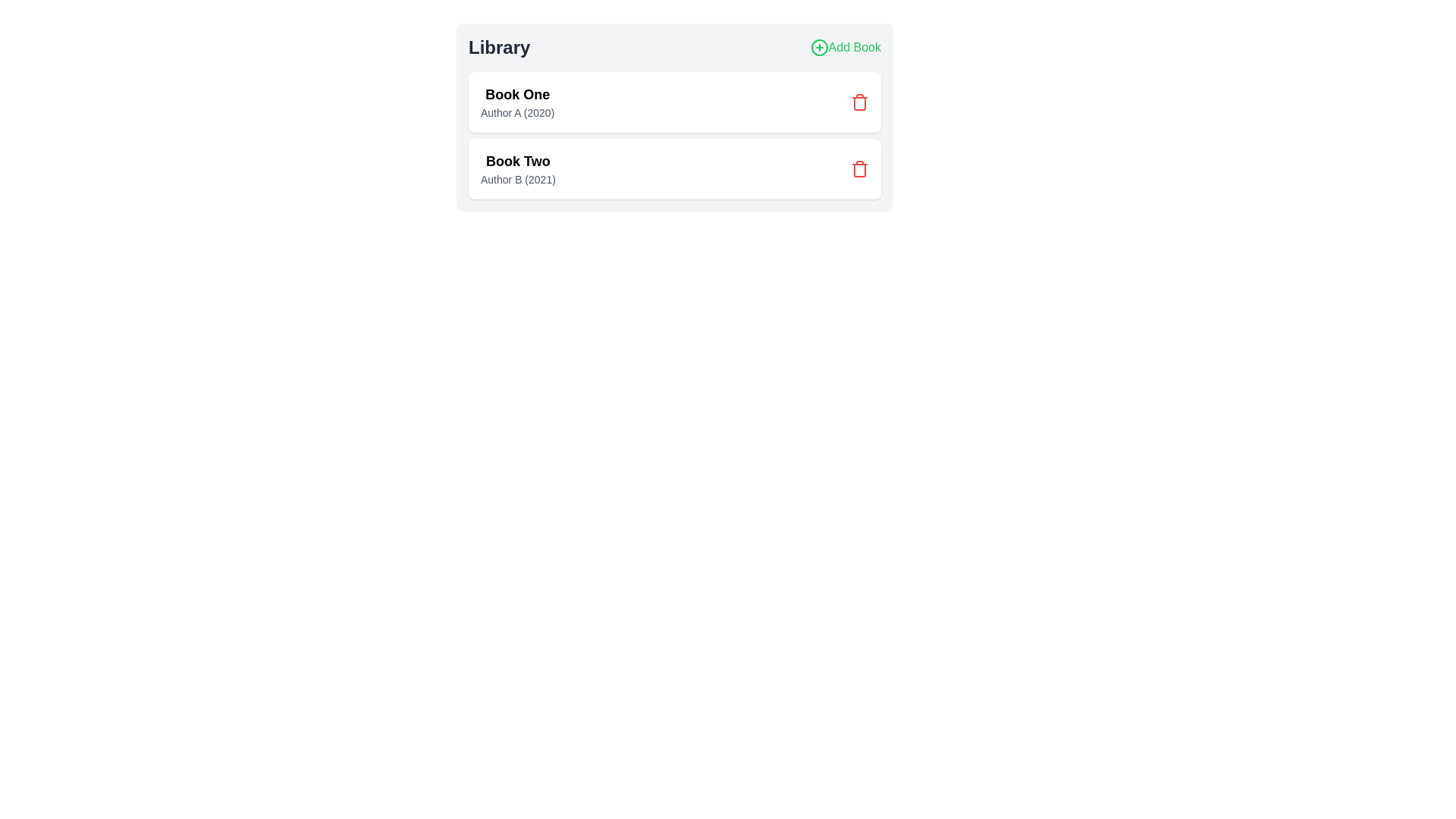 The image size is (1456, 819). Describe the element at coordinates (859, 169) in the screenshot. I see `the delete button located on the far right of the row labeled 'Book Two Author B (2021)'` at that location.